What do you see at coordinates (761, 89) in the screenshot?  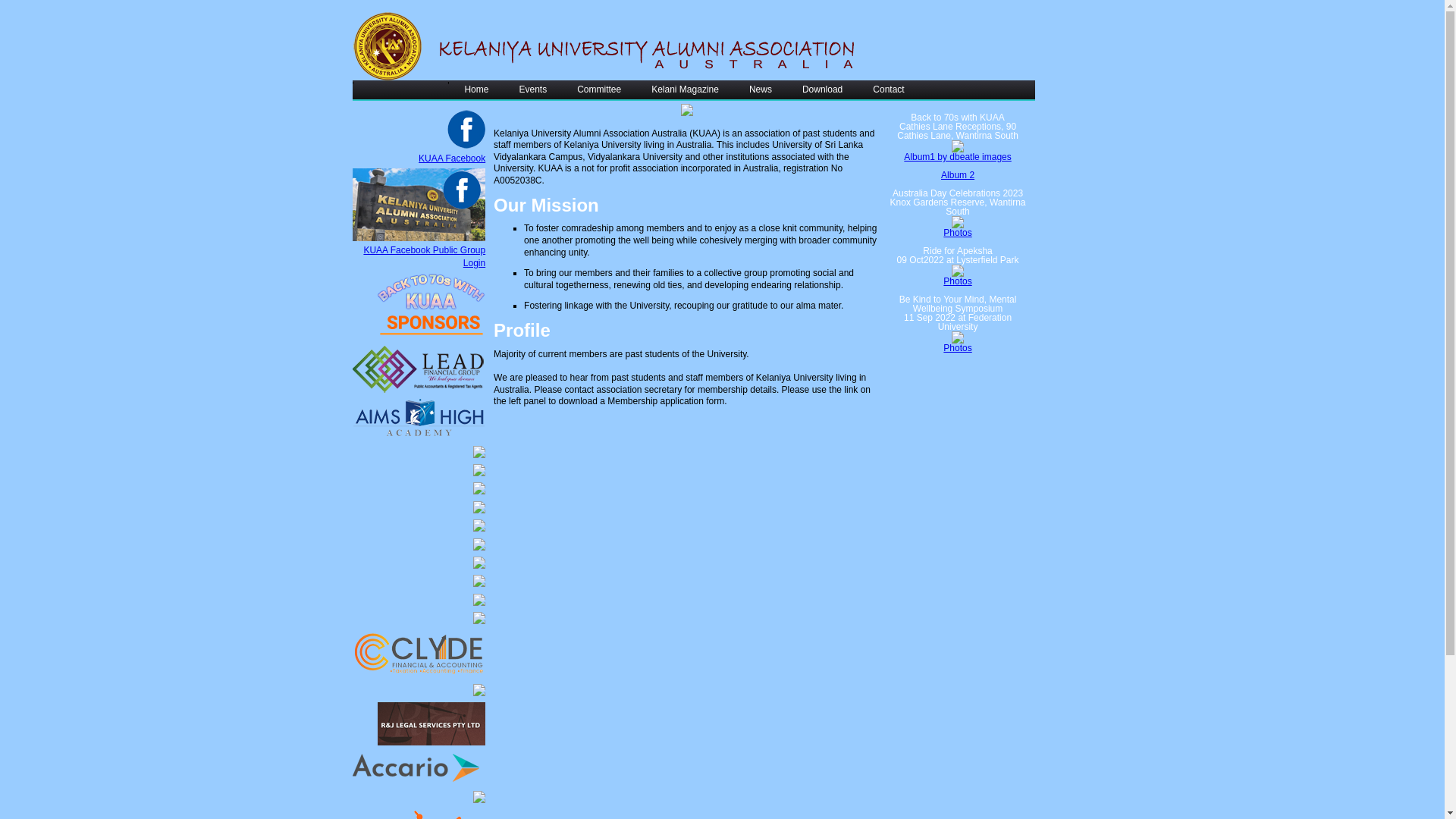 I see `'News'` at bounding box center [761, 89].